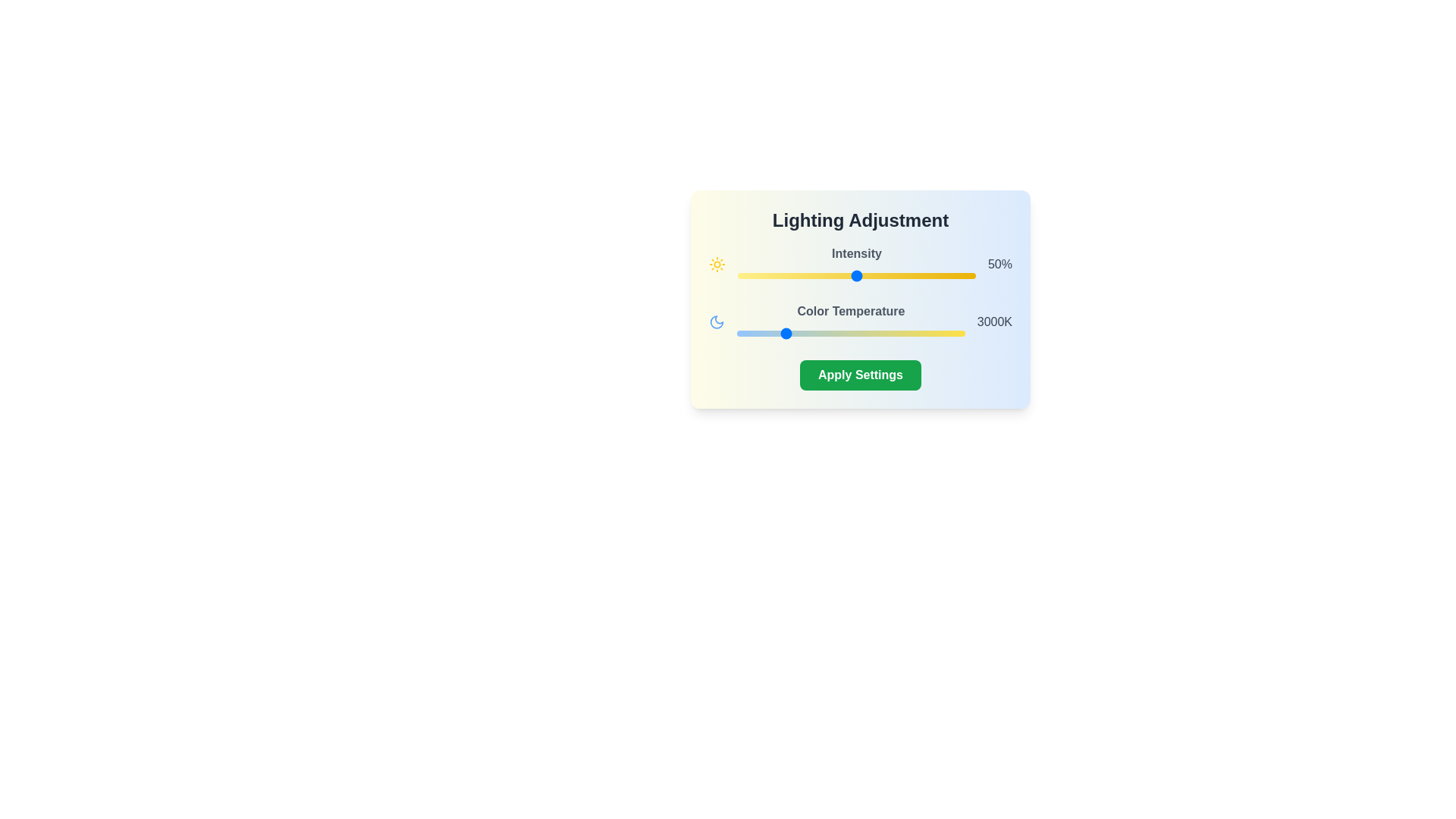 Image resolution: width=1456 pixels, height=819 pixels. What do you see at coordinates (925, 332) in the screenshot?
I see `the color temperature slider to set it to 6163 Kelvin` at bounding box center [925, 332].